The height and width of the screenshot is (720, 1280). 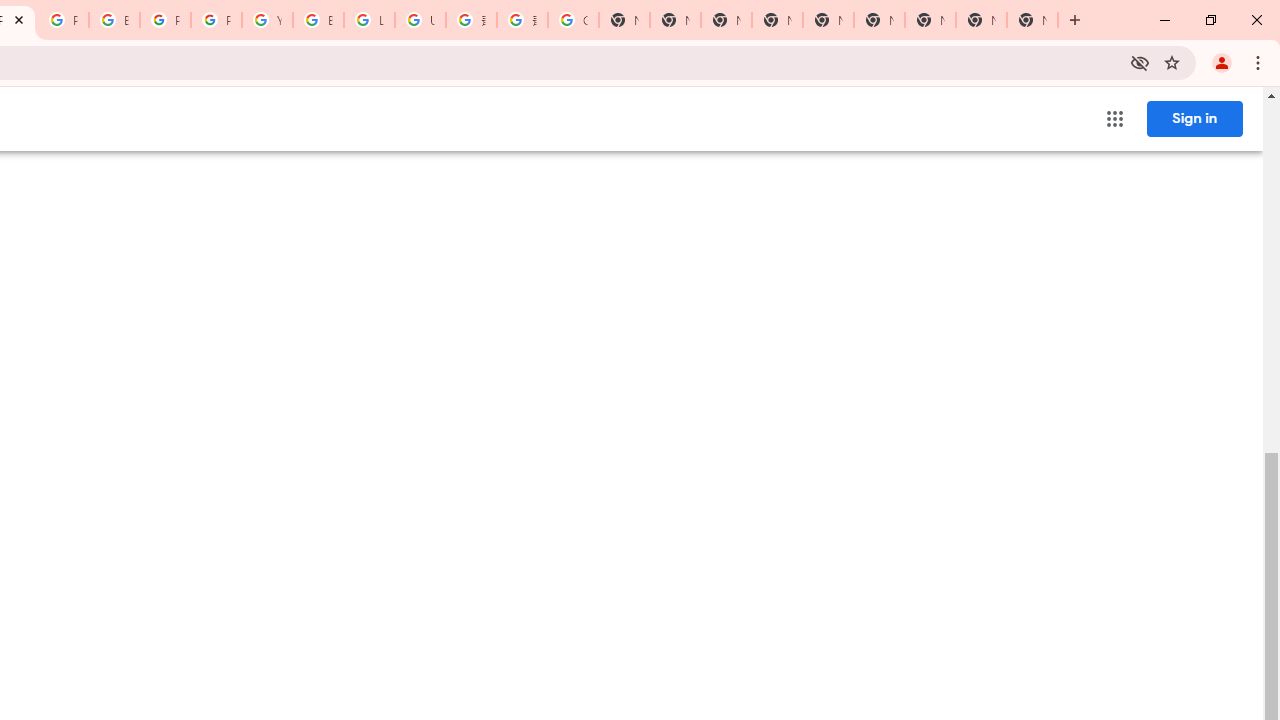 I want to click on 'Sign in', so click(x=1194, y=118).